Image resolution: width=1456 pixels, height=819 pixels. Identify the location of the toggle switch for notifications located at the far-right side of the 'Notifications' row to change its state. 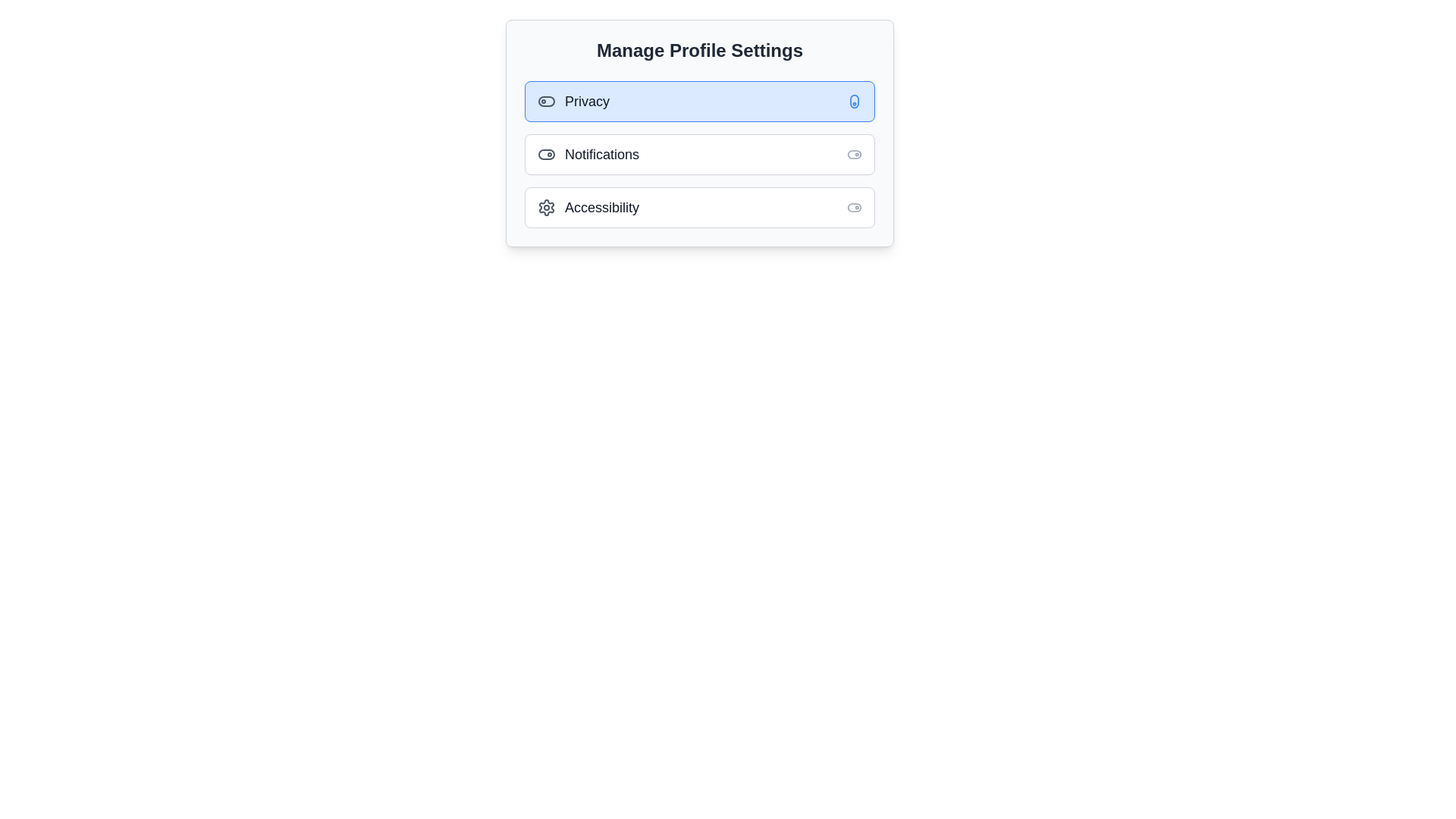
(546, 155).